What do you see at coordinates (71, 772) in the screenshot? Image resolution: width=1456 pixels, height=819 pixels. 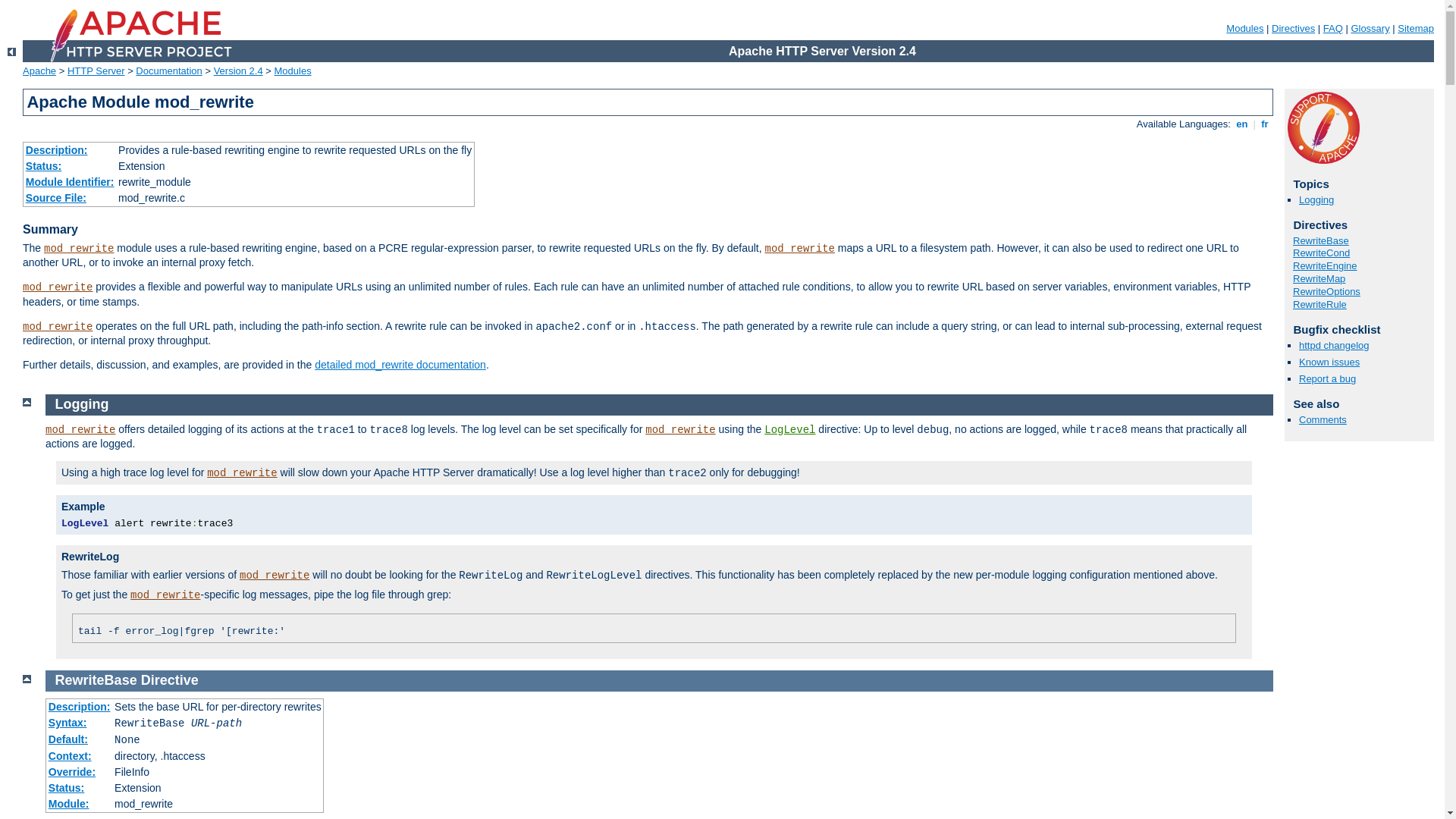 I see `'Override:'` at bounding box center [71, 772].